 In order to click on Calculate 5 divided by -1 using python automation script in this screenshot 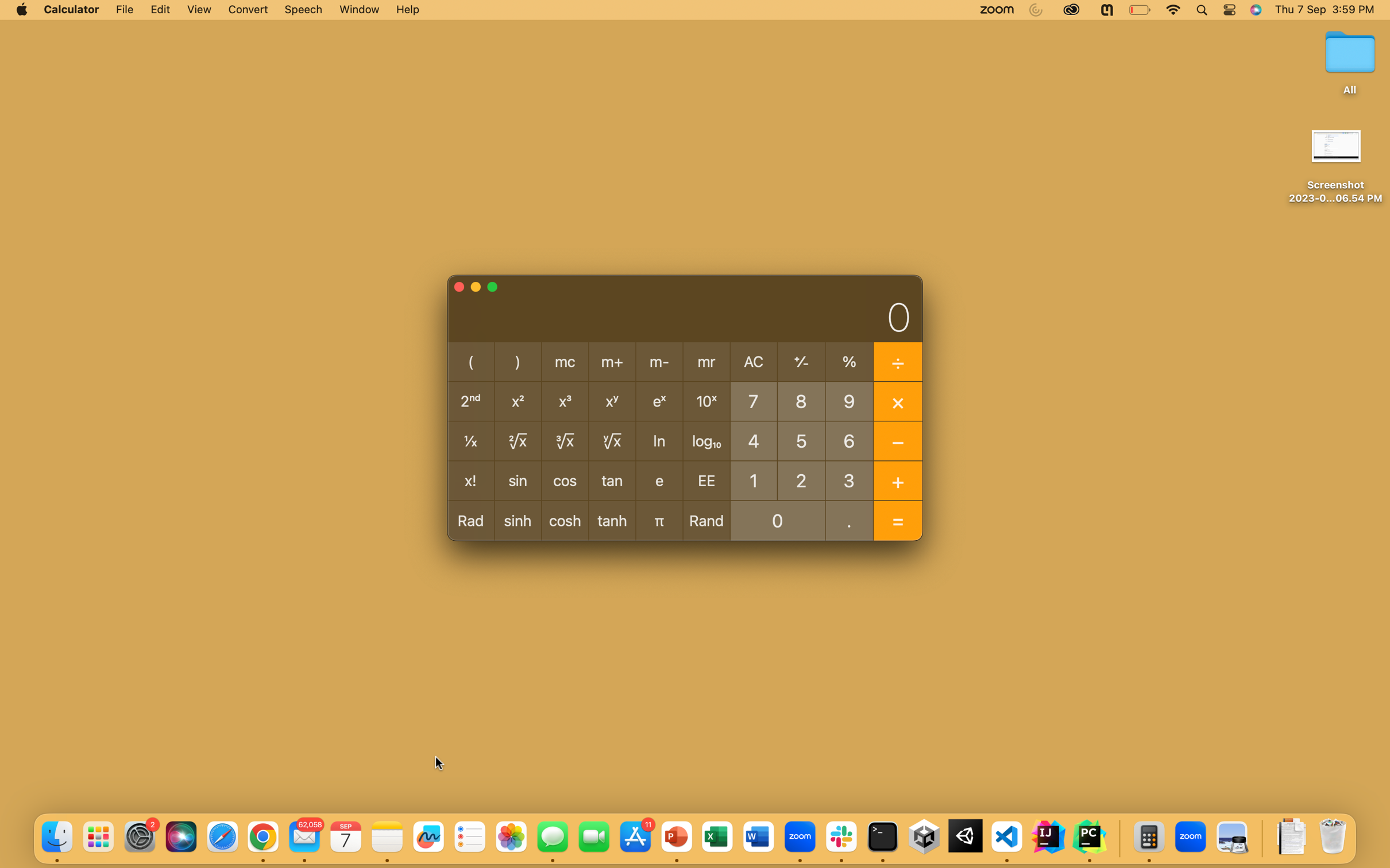, I will do `click(801, 439)`.